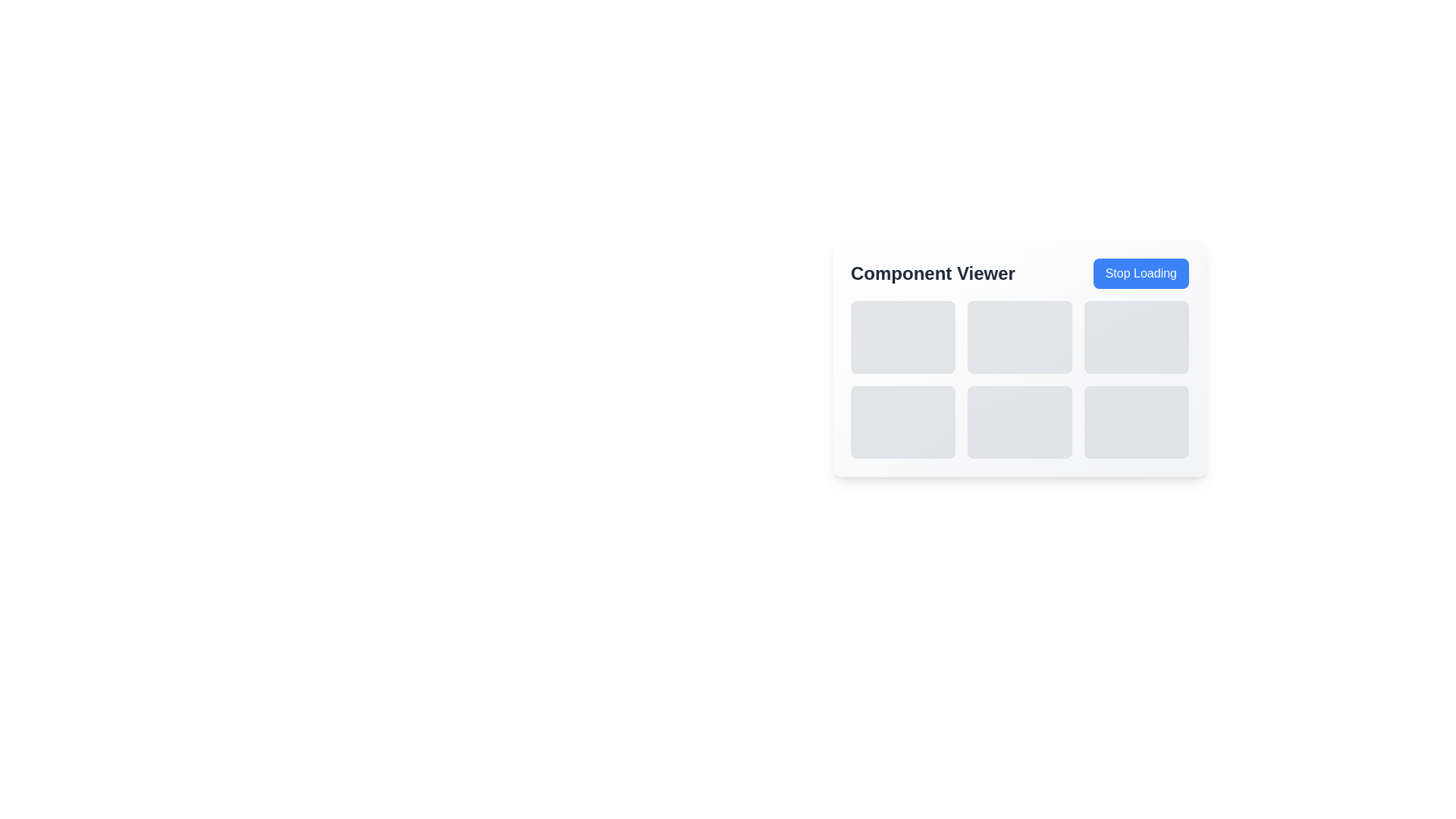  Describe the element at coordinates (902, 422) in the screenshot. I see `the static block or placeholder, which is a rectangular block with rounded corners and a light gray background, located in the second row of a 3-column grid layout` at that location.